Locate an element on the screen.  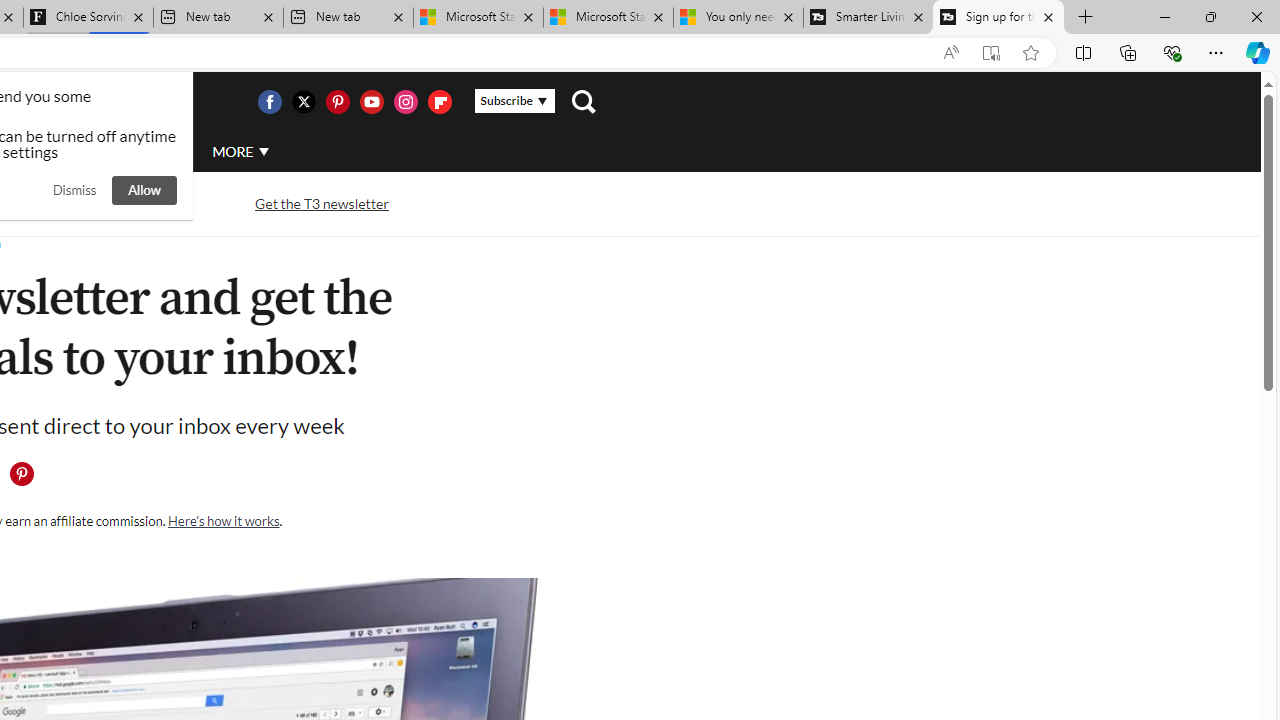
'Visit us on Twitter' is located at coordinates (302, 101).